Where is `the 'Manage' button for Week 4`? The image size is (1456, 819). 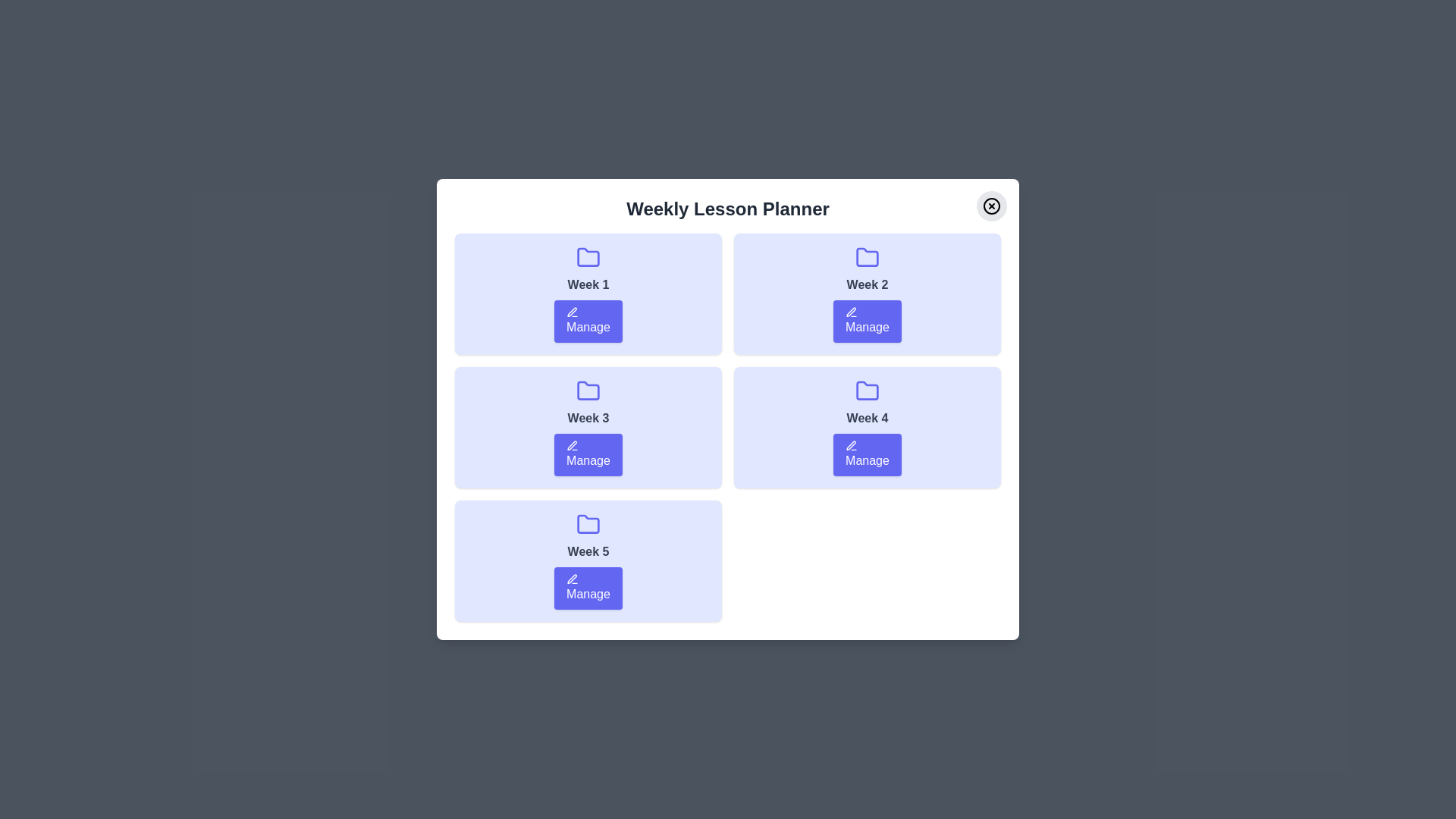 the 'Manage' button for Week 4 is located at coordinates (867, 454).